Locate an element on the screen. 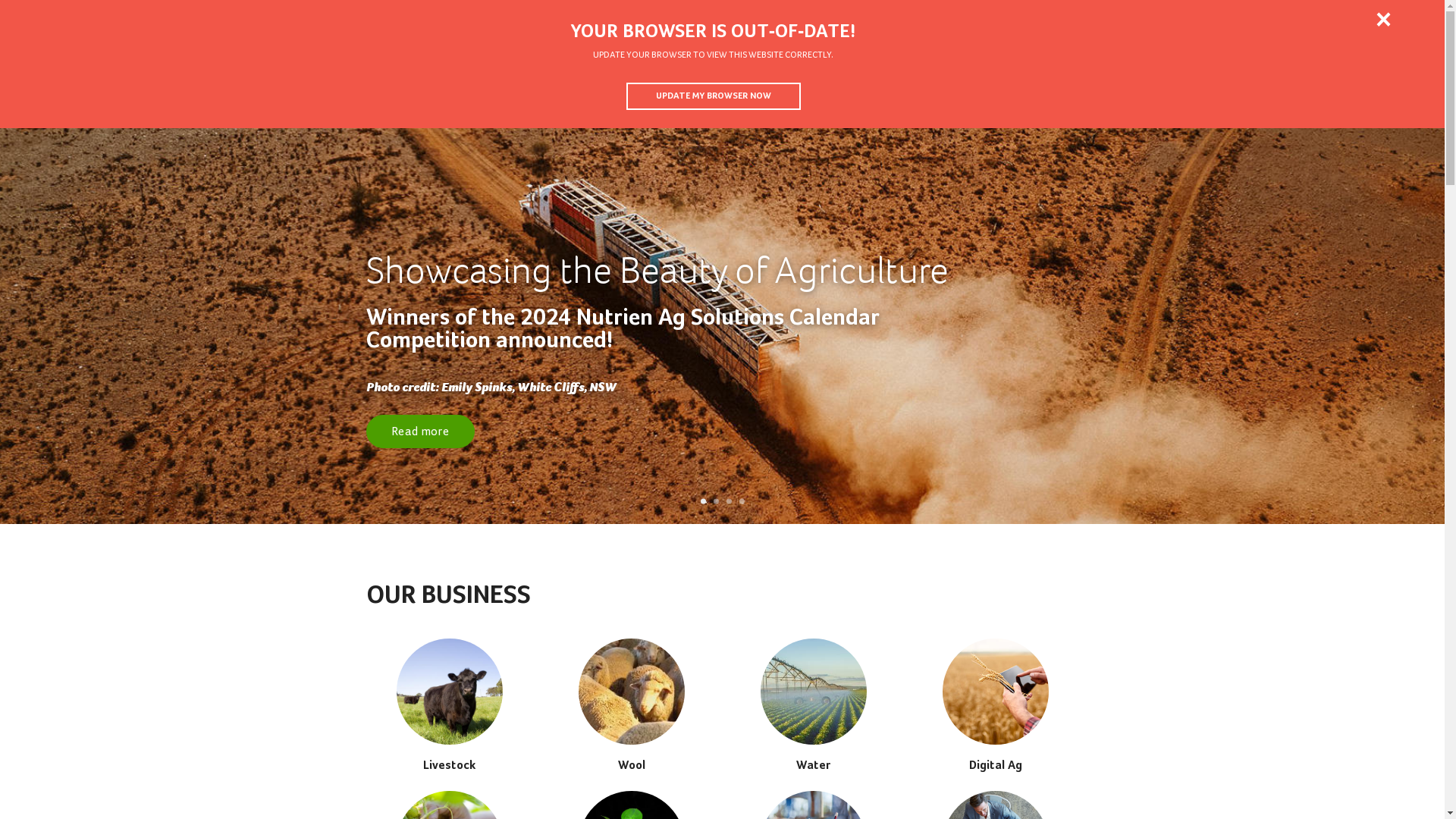  '1' is located at coordinates (700, 501).